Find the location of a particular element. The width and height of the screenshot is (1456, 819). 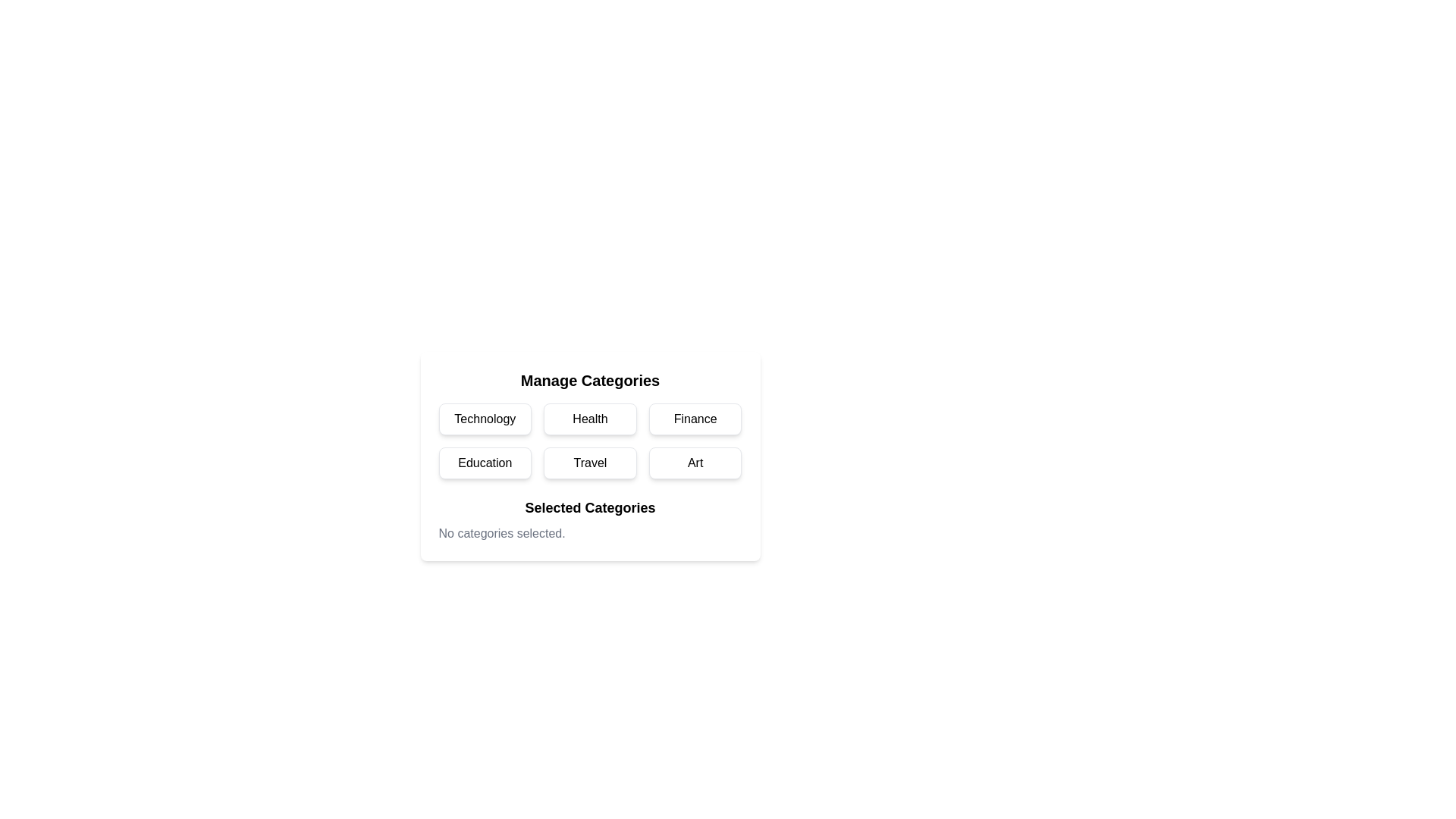

the bold, black header text label that reads 'Selected Categories', which is centrally aligned and positioned above the descriptive text 'No categories selected' is located at coordinates (589, 508).